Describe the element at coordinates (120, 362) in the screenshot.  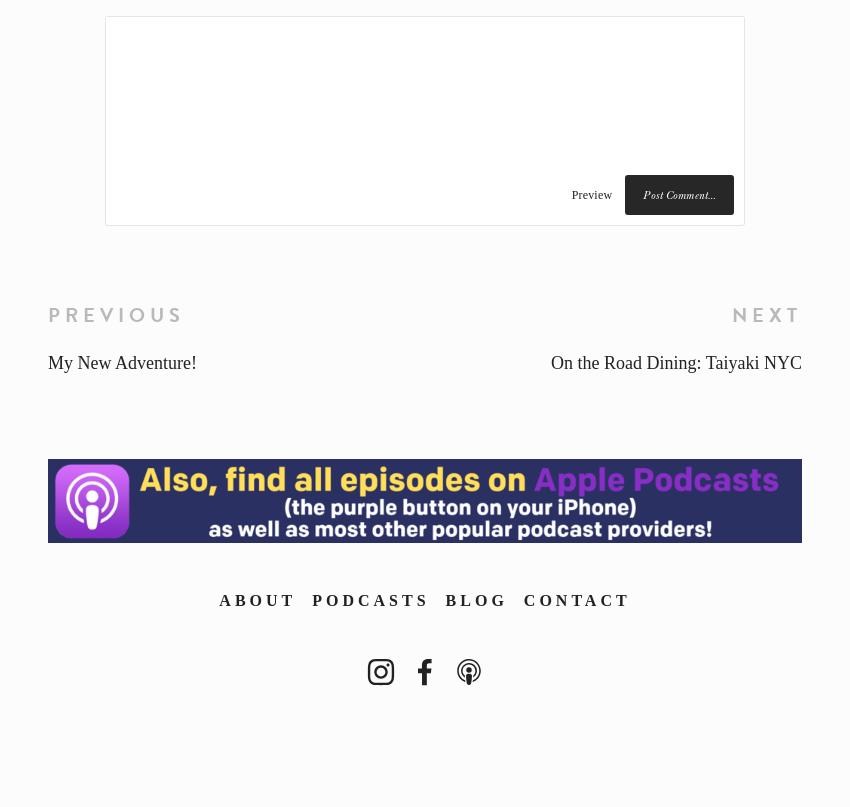
I see `'My New Adventure!'` at that location.